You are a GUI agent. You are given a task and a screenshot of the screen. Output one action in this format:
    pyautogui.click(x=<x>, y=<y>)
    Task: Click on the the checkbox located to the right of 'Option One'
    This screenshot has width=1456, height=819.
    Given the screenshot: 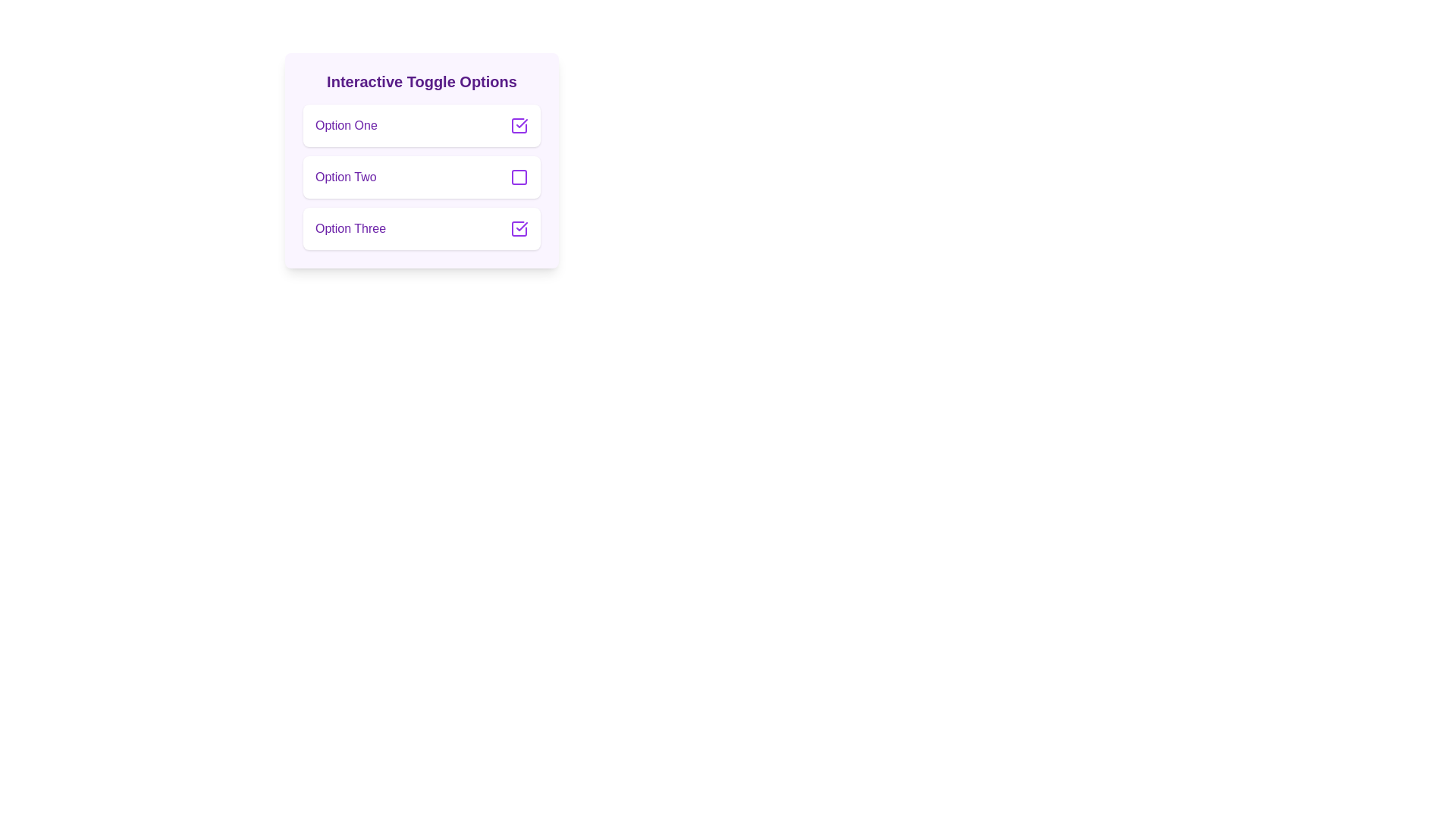 What is the action you would take?
    pyautogui.click(x=519, y=124)
    